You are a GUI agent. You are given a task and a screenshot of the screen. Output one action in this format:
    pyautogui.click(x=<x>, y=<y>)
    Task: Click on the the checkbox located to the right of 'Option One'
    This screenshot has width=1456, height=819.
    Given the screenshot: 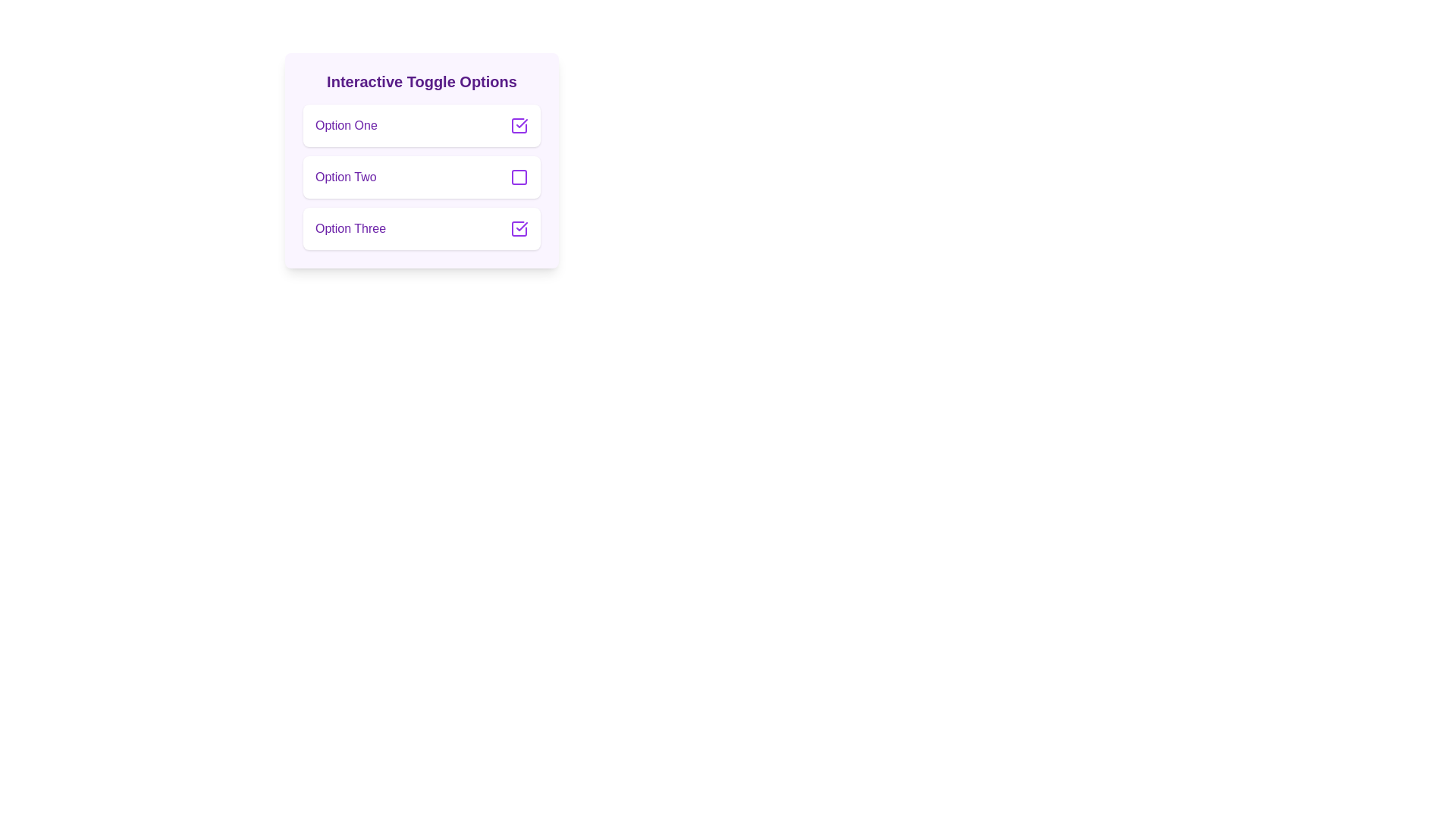 What is the action you would take?
    pyautogui.click(x=519, y=124)
    